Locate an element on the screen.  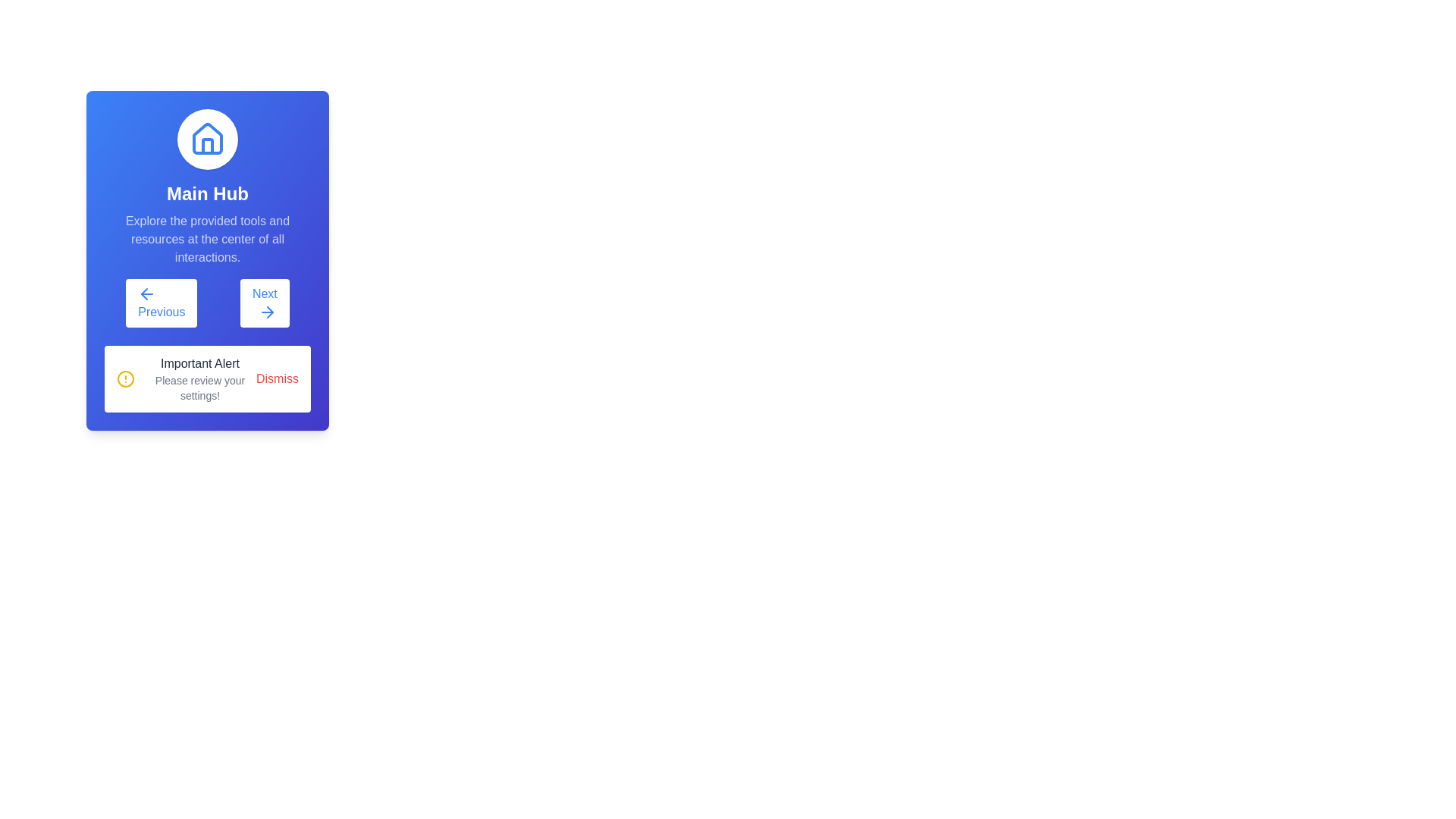
the rectangular bottom part of the house icon, which is within an outlined circle at the top section of the card-like UI element is located at coordinates (206, 146).